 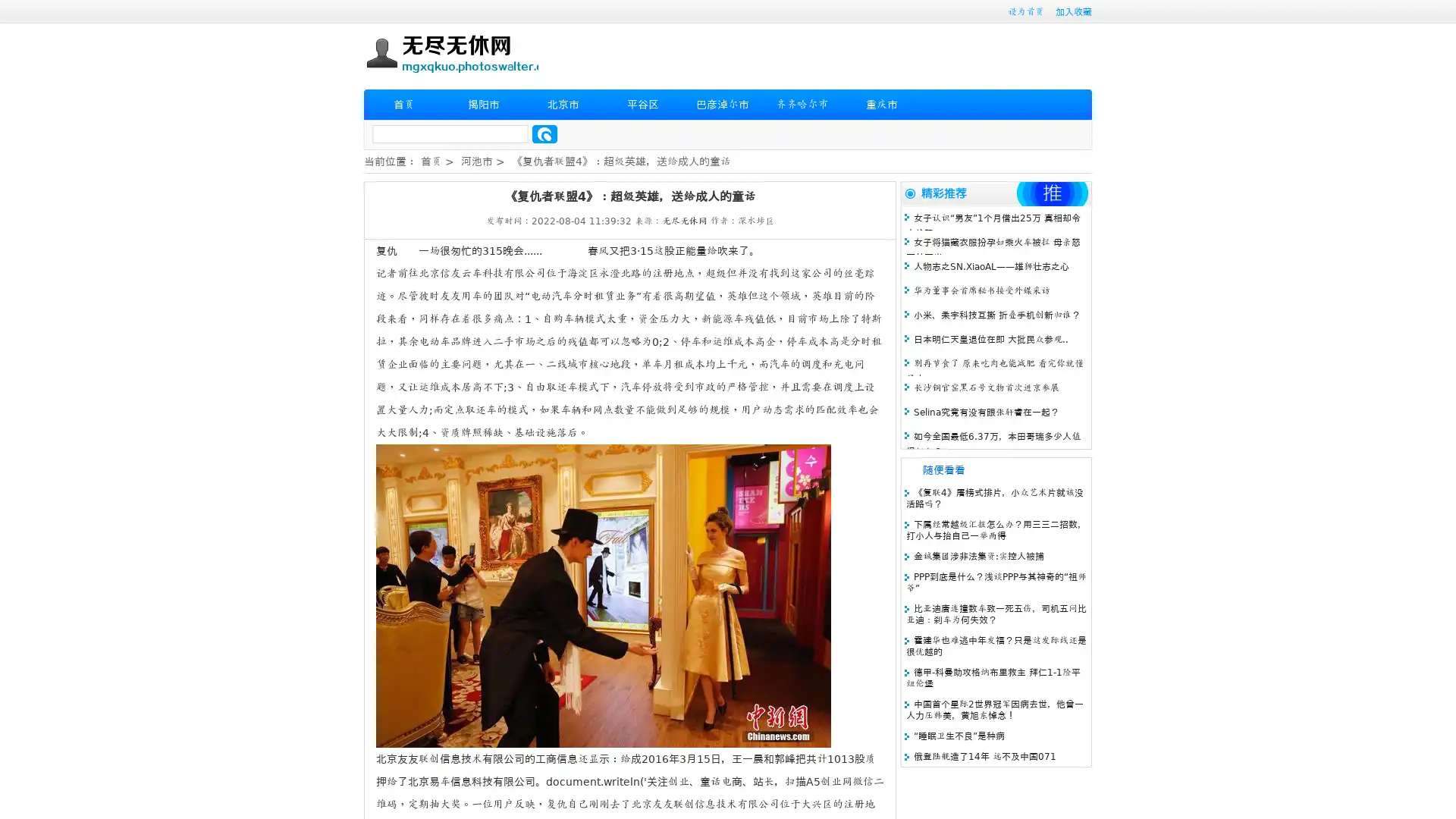 I want to click on Search, so click(x=544, y=133).